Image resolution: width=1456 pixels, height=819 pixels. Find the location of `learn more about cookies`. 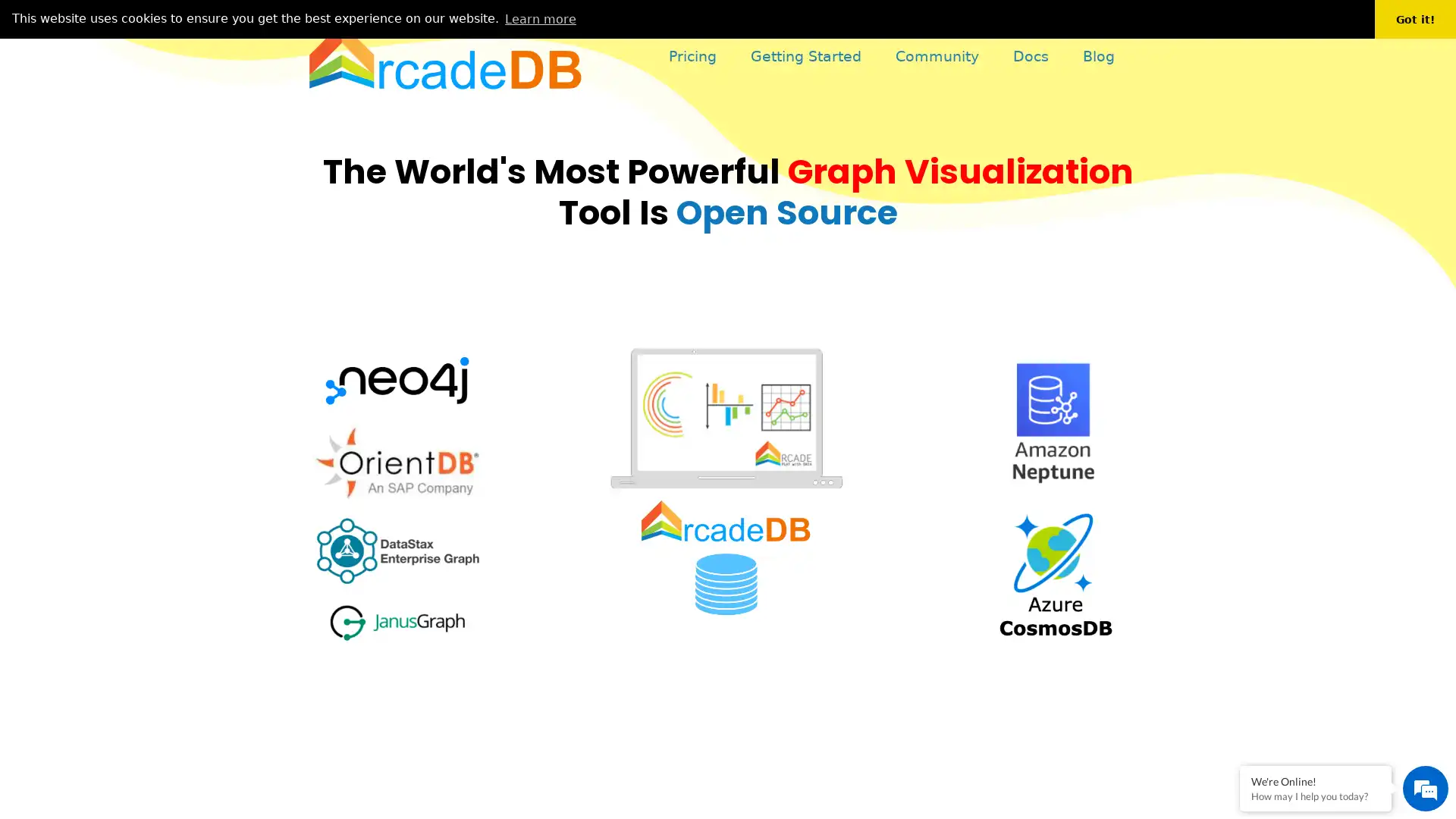

learn more about cookies is located at coordinates (541, 18).